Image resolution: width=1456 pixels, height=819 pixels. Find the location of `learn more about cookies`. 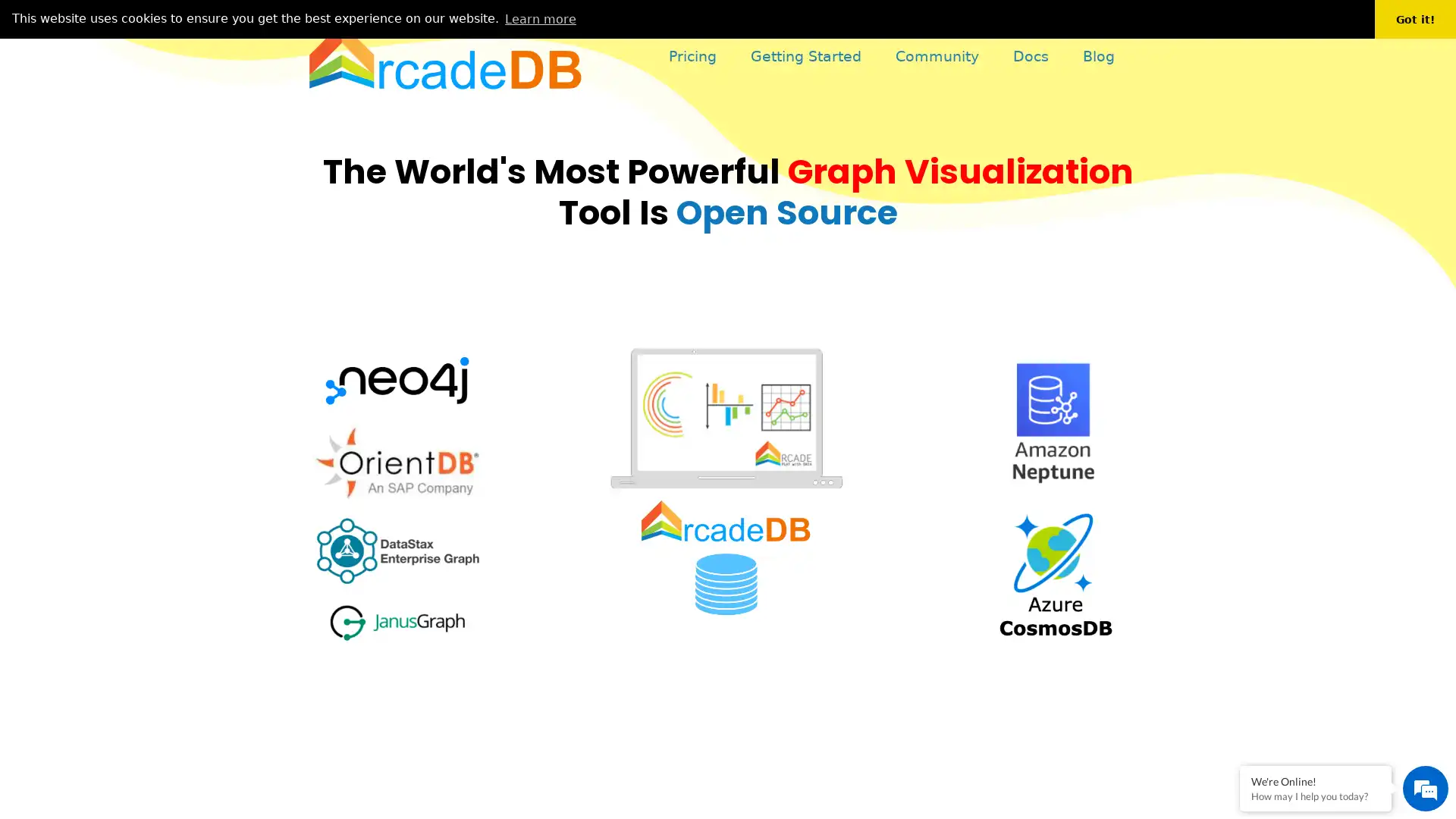

learn more about cookies is located at coordinates (541, 18).